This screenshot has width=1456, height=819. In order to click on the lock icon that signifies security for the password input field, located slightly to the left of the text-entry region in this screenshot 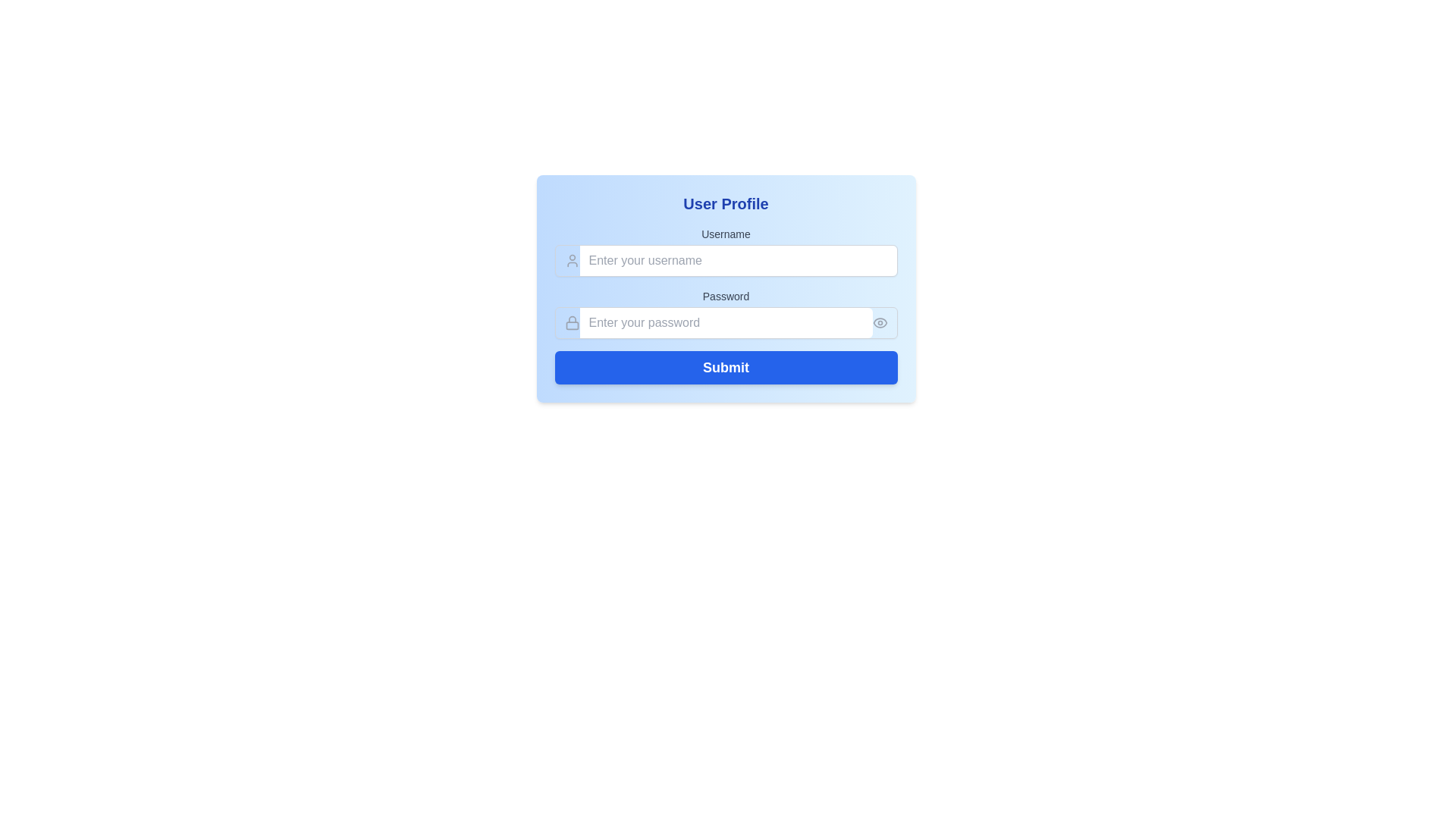, I will do `click(571, 322)`.